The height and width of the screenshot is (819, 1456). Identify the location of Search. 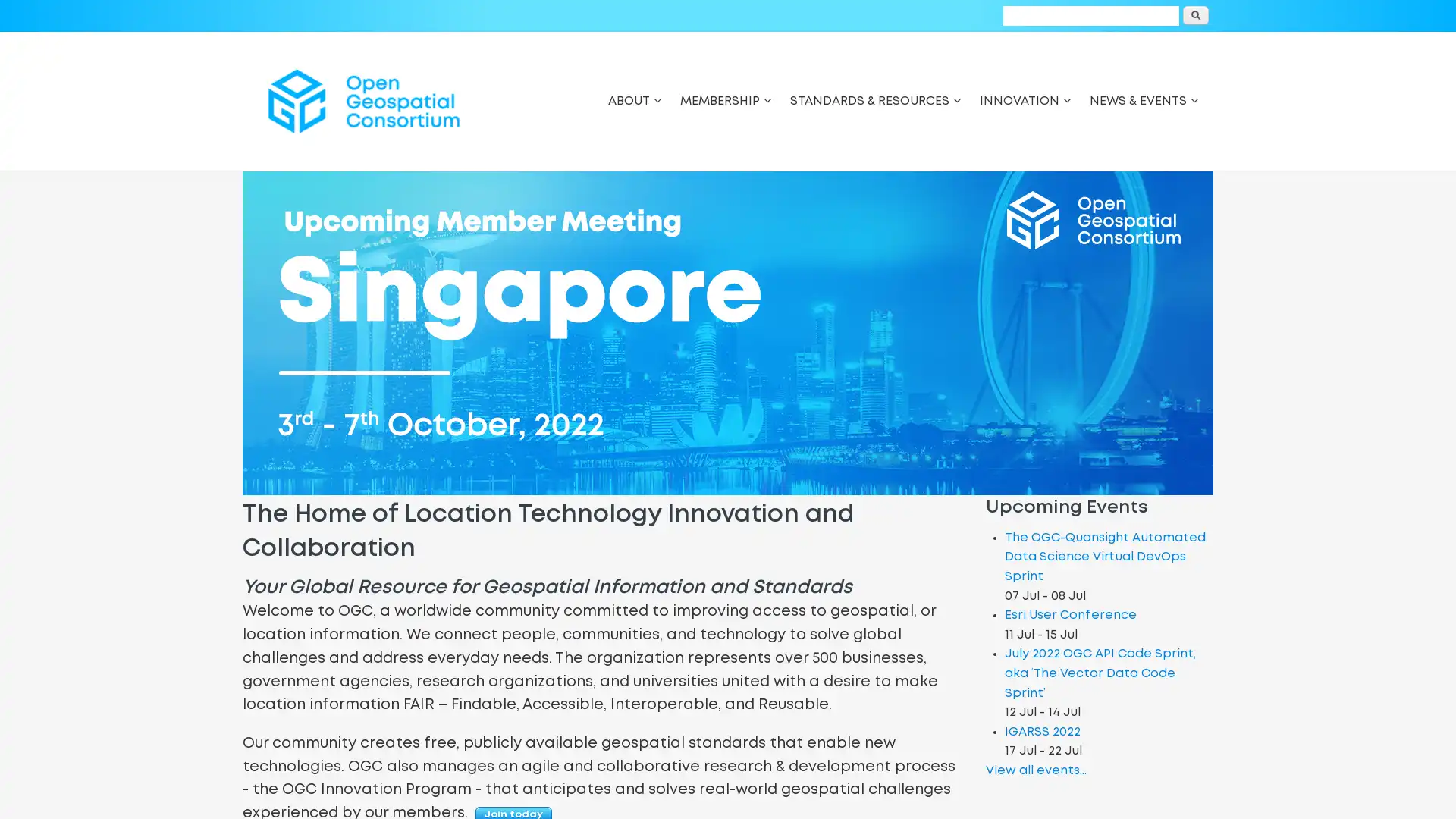
(1195, 15).